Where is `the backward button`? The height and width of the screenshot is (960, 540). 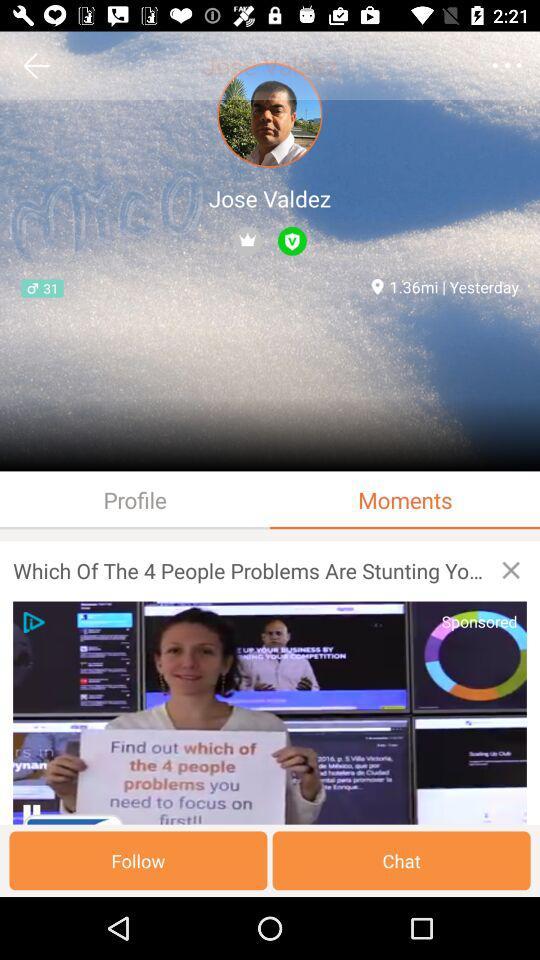
the backward button is located at coordinates (36, 65).